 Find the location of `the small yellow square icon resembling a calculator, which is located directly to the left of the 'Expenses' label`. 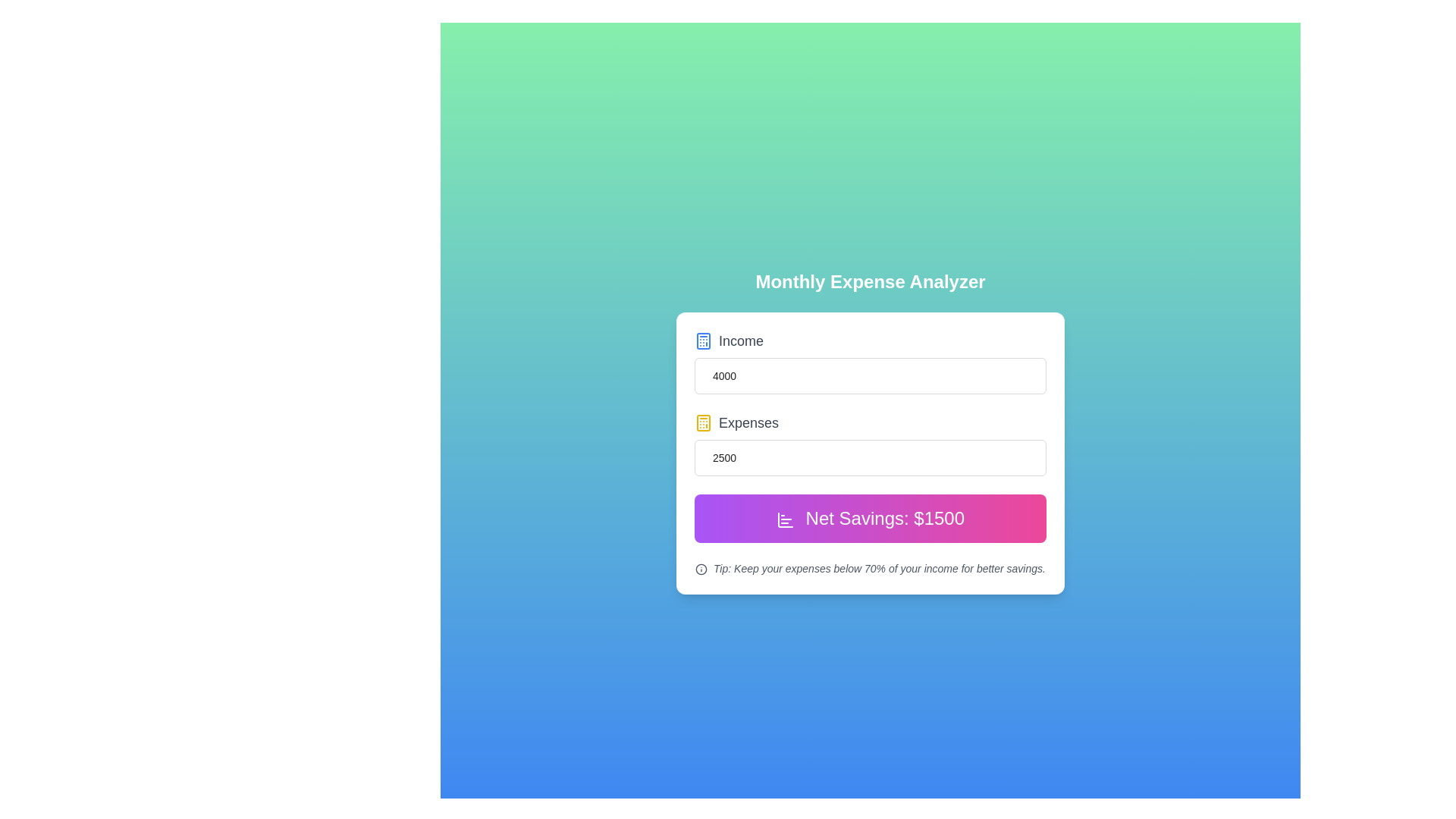

the small yellow square icon resembling a calculator, which is located directly to the left of the 'Expenses' label is located at coordinates (702, 423).